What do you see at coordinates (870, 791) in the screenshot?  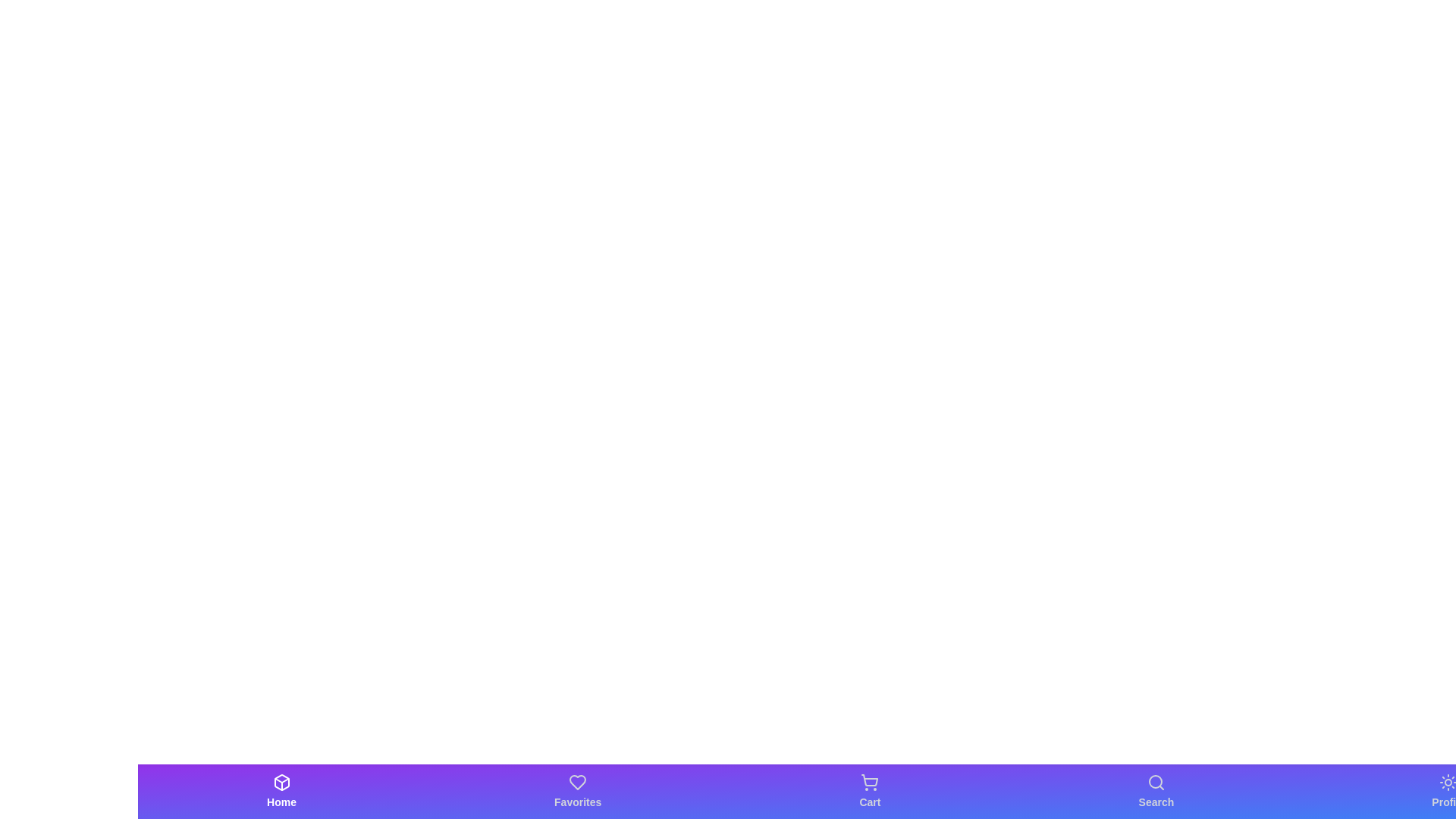 I see `the Cart tab in the bottom bar` at bounding box center [870, 791].